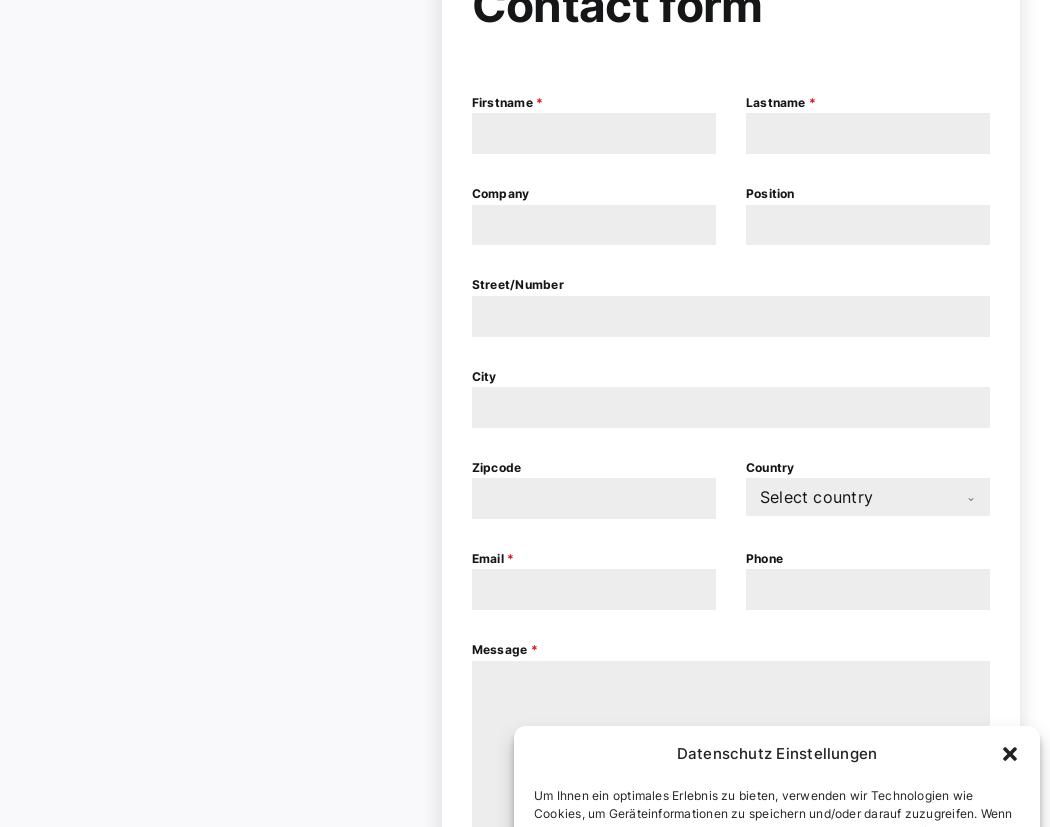 The image size is (1050, 827). I want to click on 'Street/Number', so click(516, 284).